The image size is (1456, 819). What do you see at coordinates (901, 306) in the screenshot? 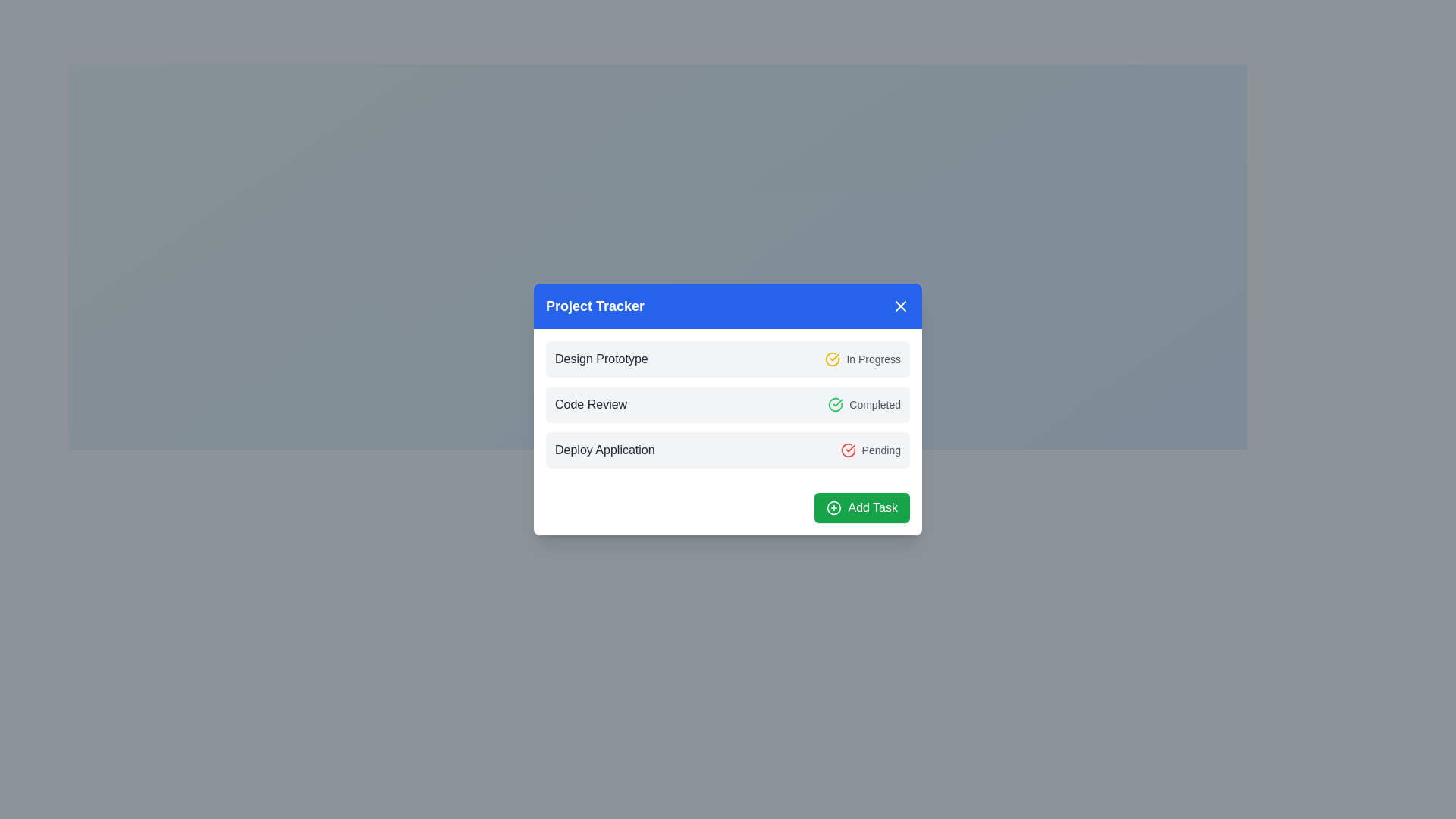
I see `the 'X' shaped button located in the upper-right corner of the blue header titled 'Project Tracker'` at bounding box center [901, 306].